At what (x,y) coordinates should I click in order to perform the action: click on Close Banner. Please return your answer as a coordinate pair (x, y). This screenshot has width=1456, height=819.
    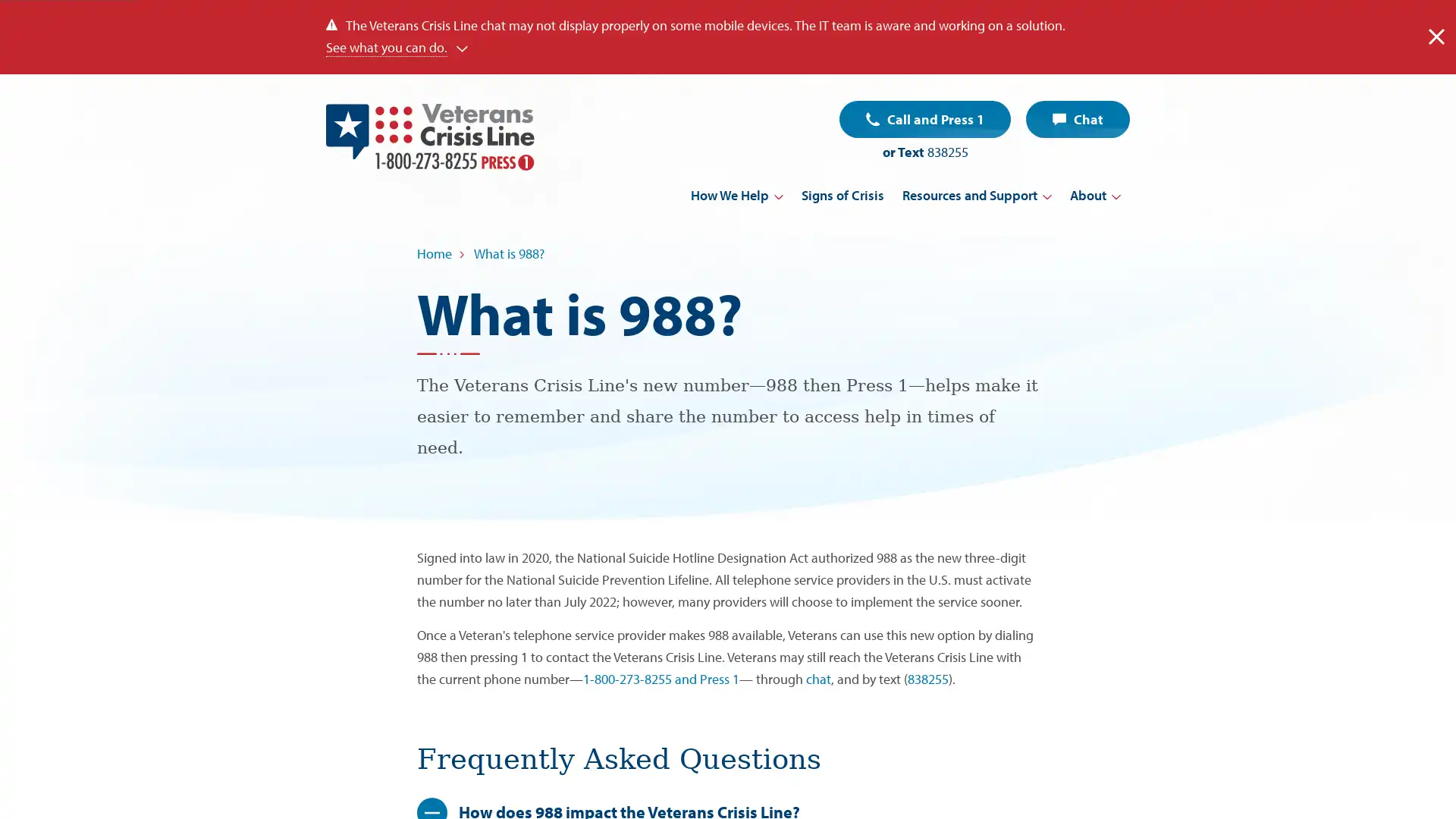
    Looking at the image, I should click on (1436, 36).